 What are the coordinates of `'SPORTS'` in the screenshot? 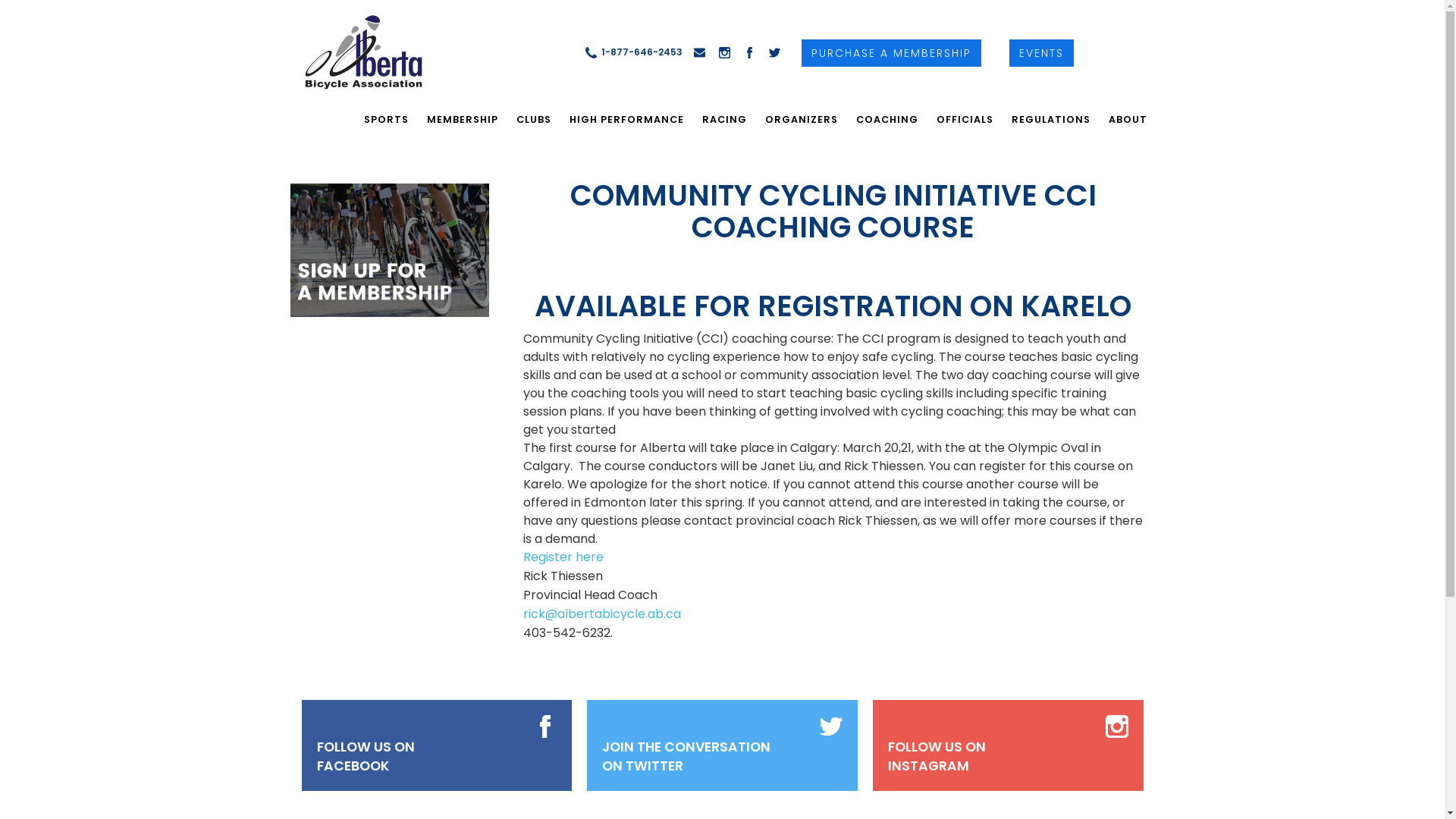 It's located at (386, 119).